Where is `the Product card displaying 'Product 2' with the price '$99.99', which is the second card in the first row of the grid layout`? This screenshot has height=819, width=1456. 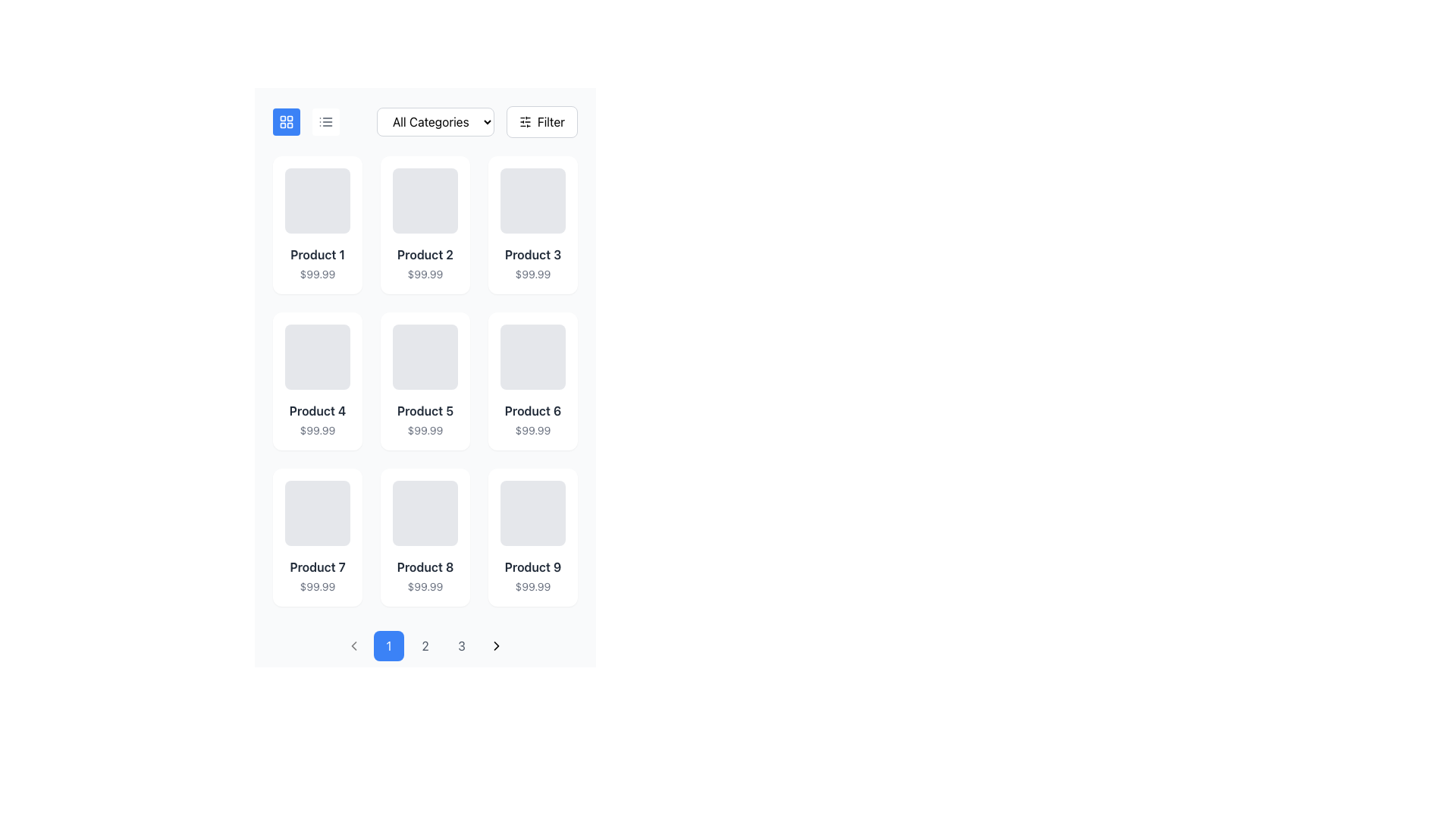 the Product card displaying 'Product 2' with the price '$99.99', which is the second card in the first row of the grid layout is located at coordinates (425, 225).